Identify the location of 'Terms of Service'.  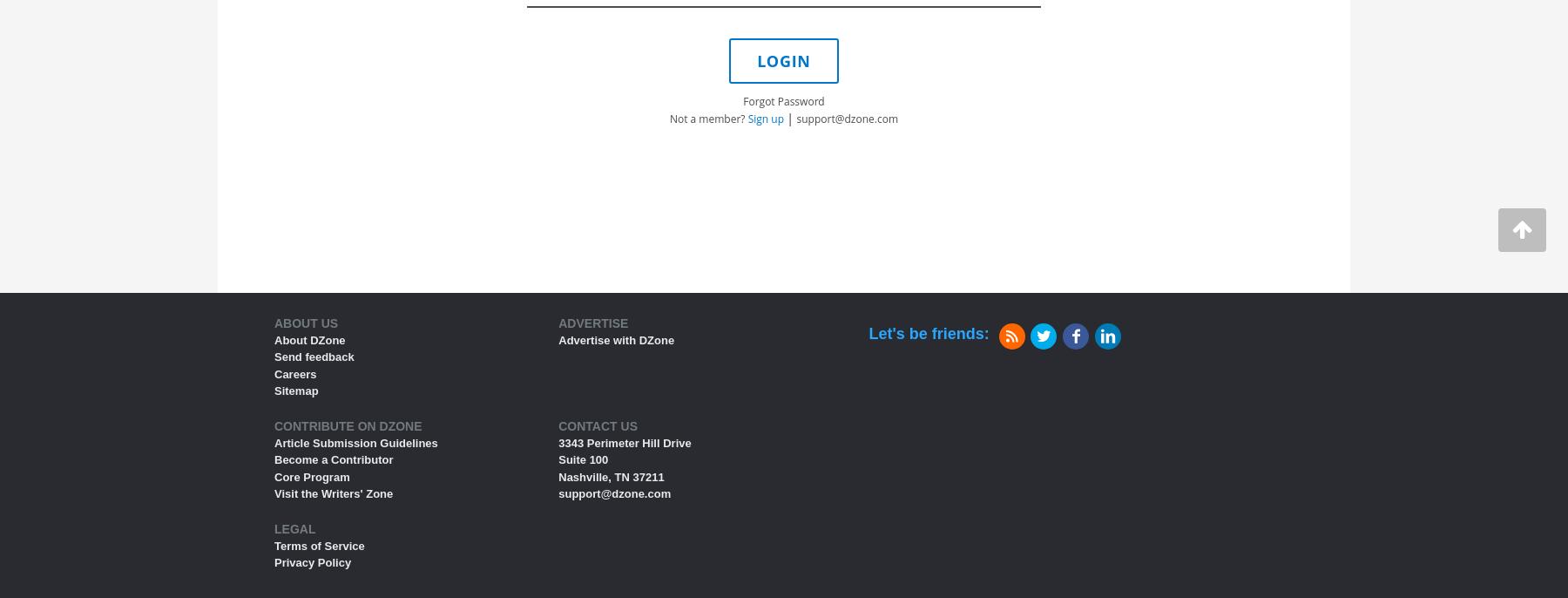
(319, 545).